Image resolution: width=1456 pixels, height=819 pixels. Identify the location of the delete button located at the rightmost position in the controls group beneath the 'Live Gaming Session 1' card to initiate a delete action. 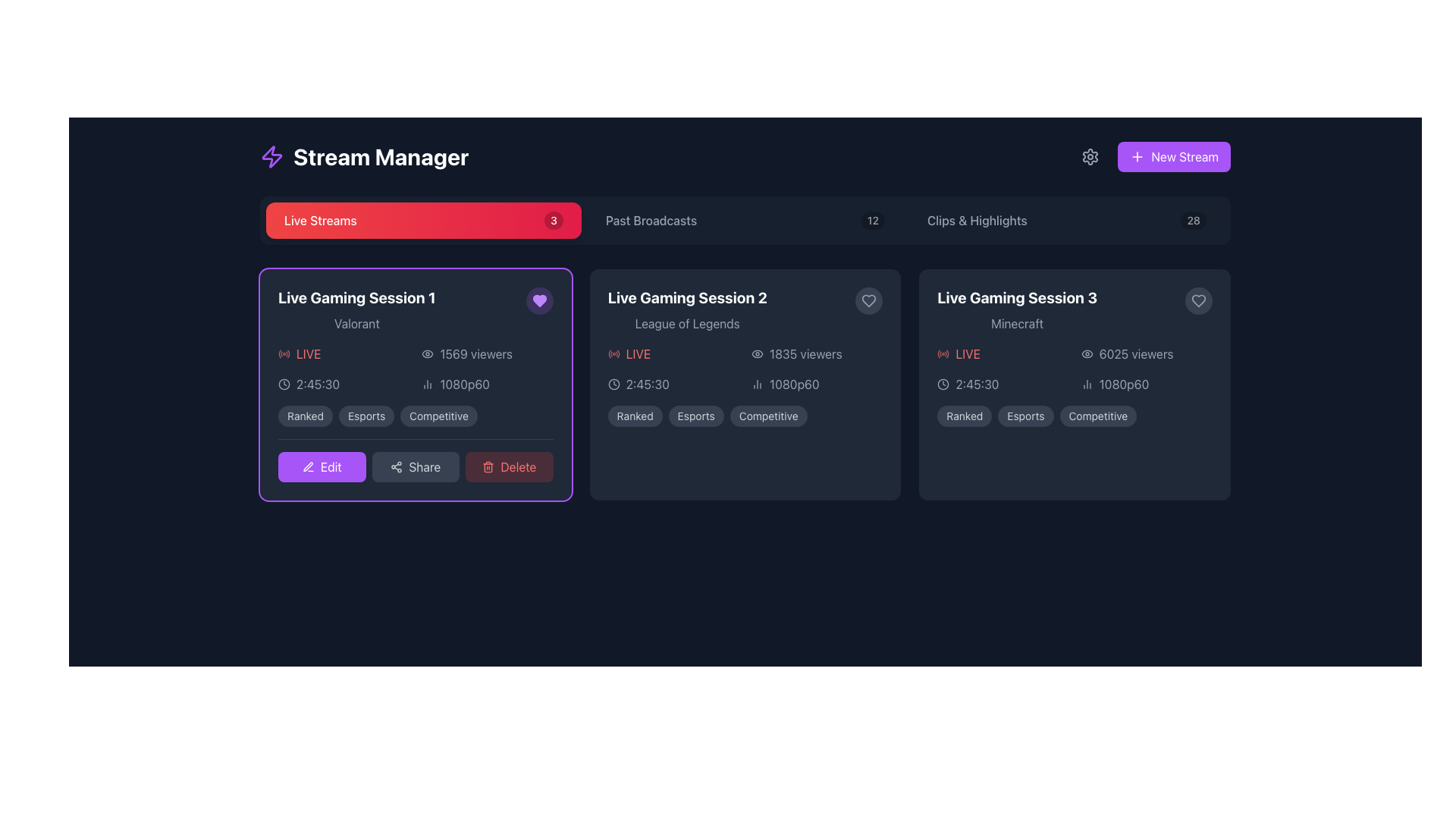
(509, 466).